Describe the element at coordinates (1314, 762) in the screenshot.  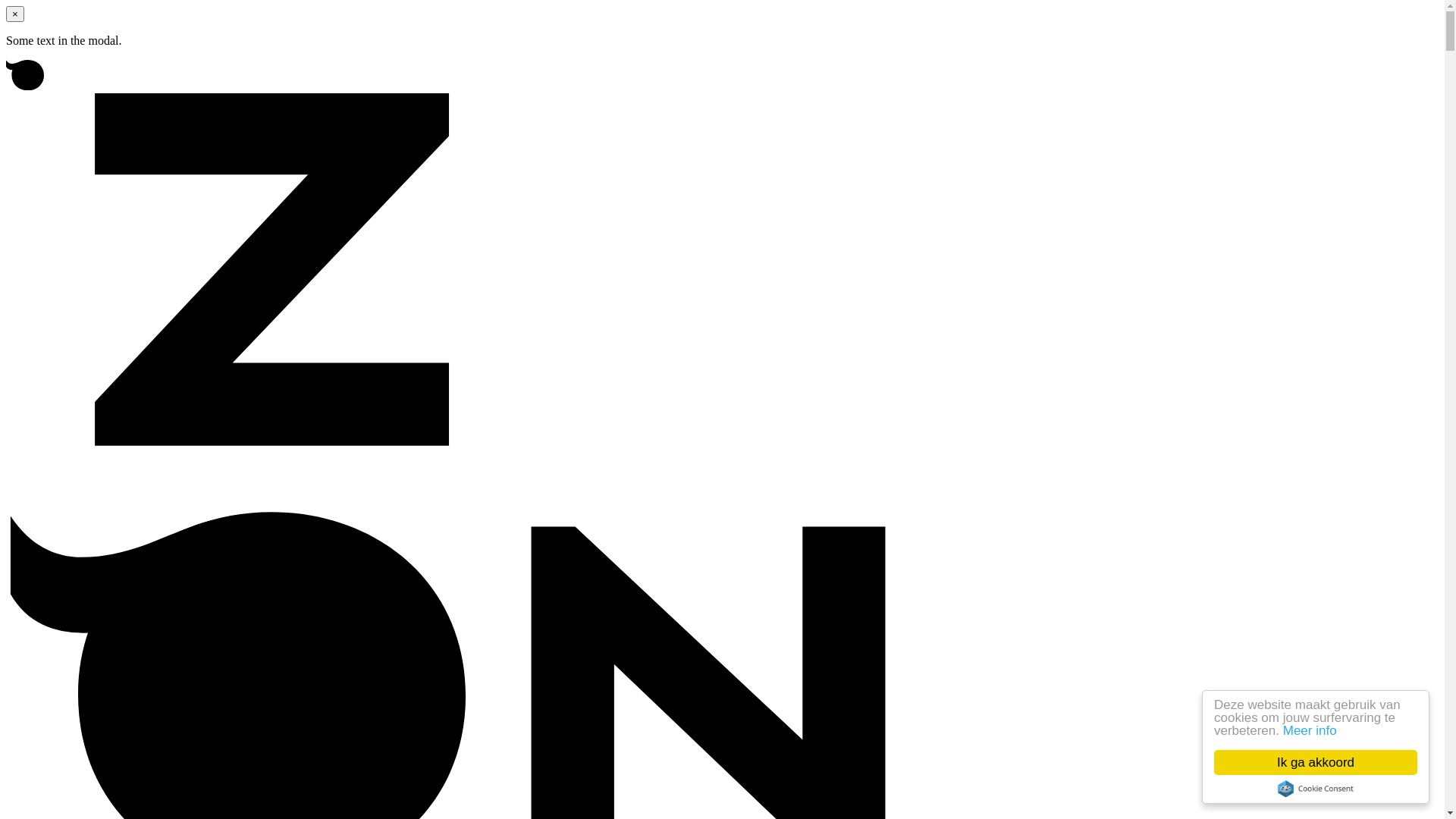
I see `'Ik ga akkoord'` at that location.